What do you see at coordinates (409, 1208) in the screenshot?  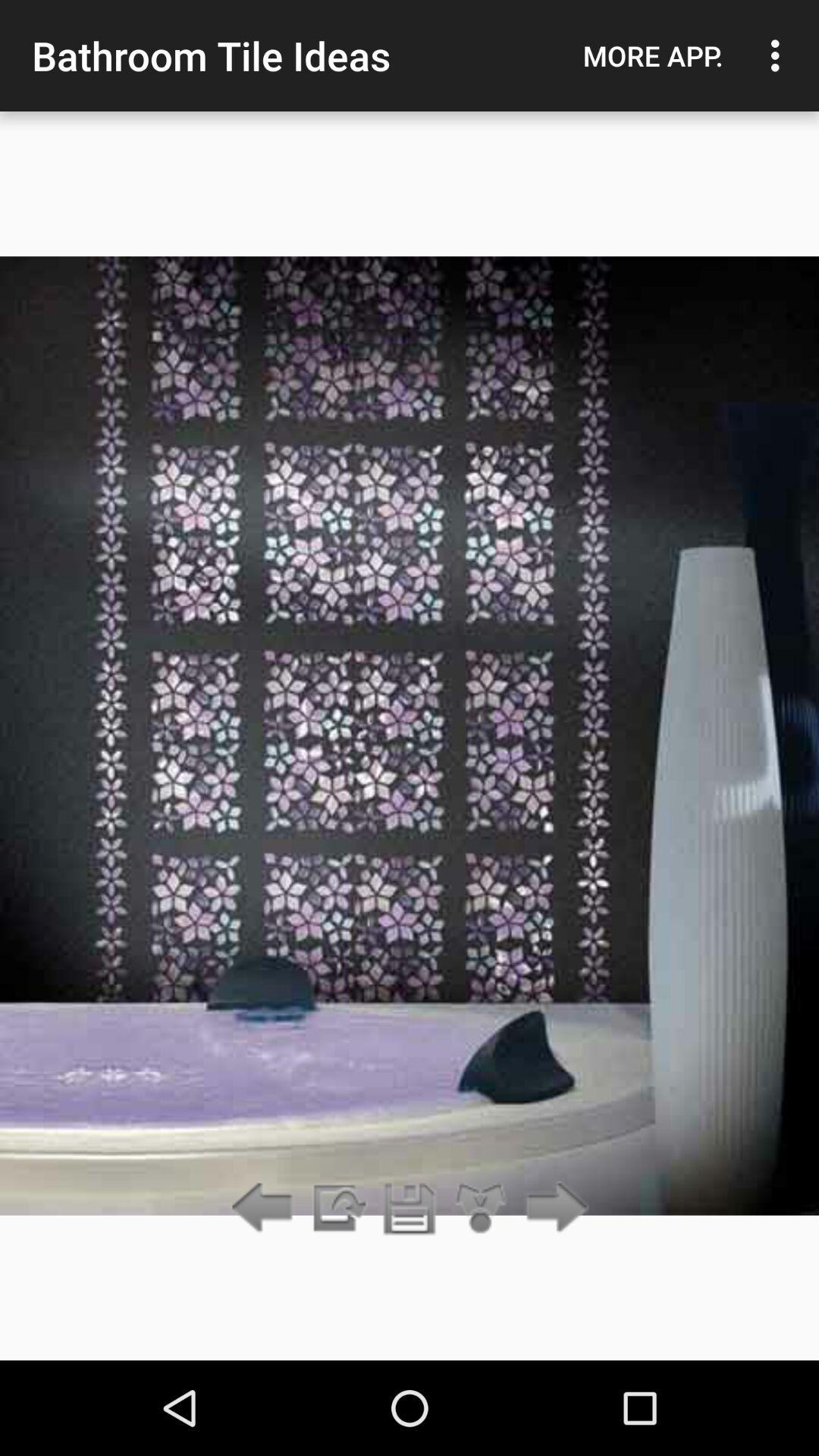 I see `he can activate the simple voice command` at bounding box center [409, 1208].